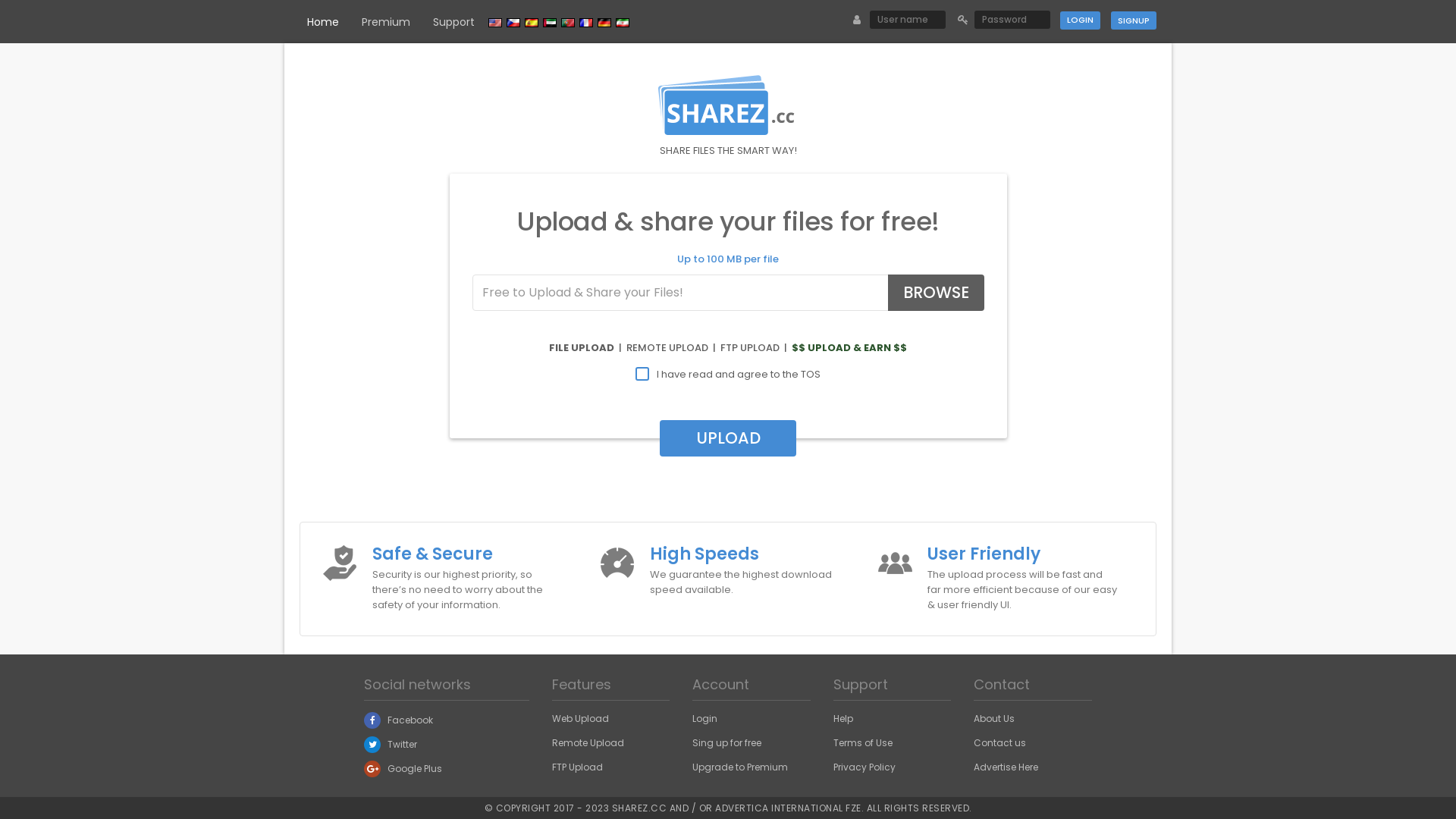  I want to click on 'Premium', so click(385, 22).